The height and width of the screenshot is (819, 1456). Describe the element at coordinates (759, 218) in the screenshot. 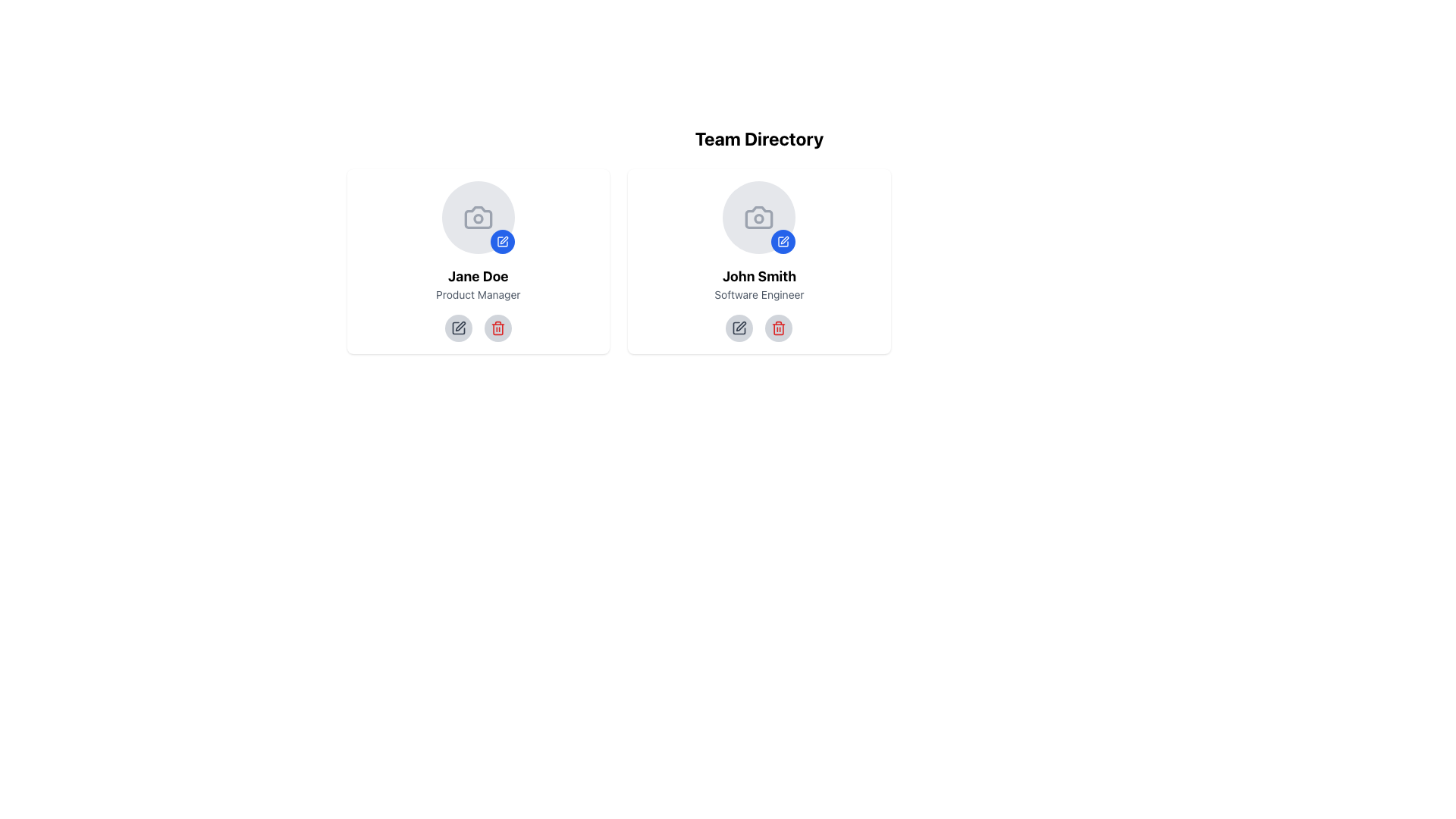

I see `the circular decorative graphical component representing a camera lens, which is centrally located within the camera icon for updating John Smith's profile image in the Team Directory layout` at that location.